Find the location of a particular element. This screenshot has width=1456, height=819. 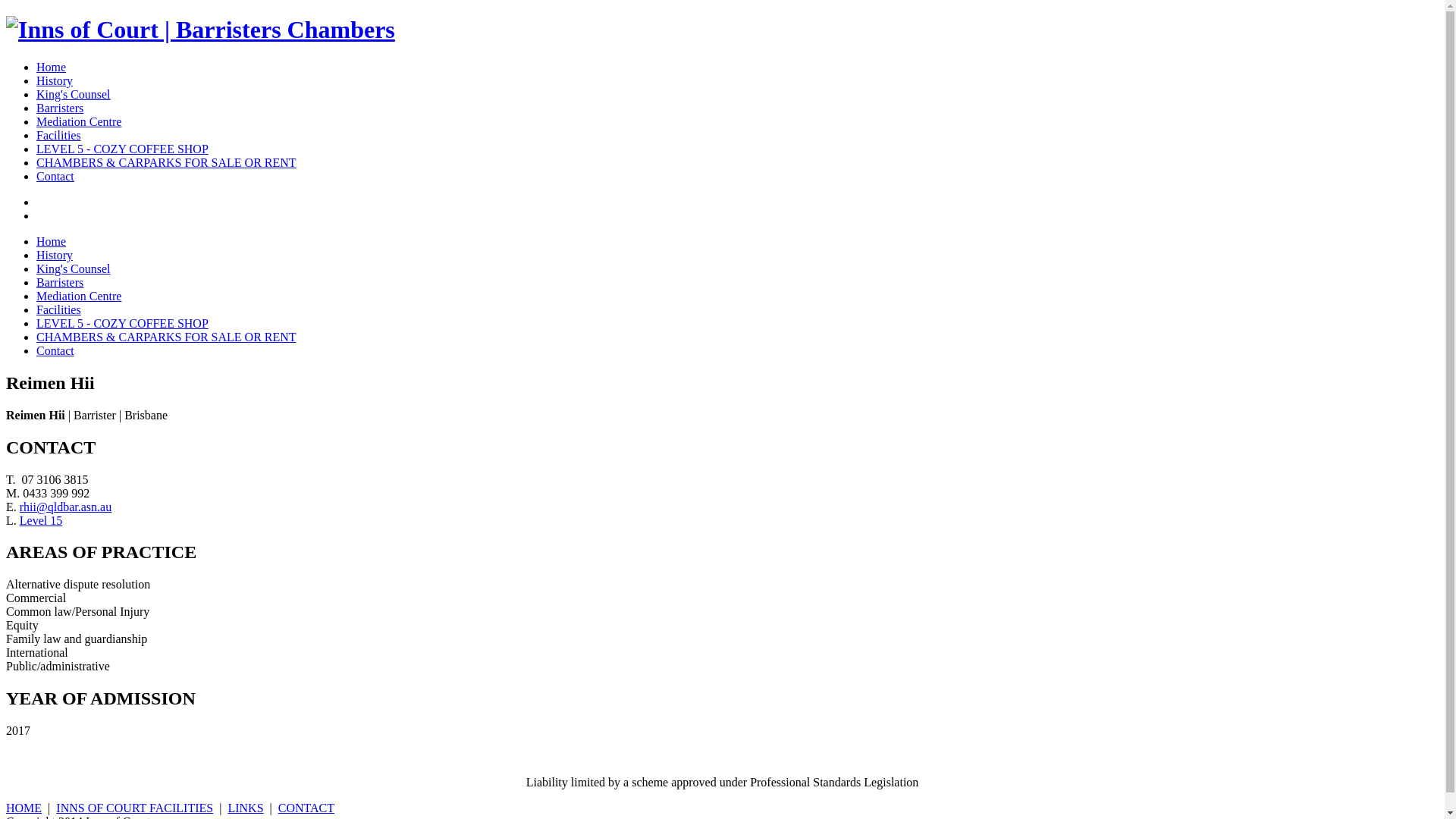

'rhii@qldbar.asn.au' is located at coordinates (64, 507).